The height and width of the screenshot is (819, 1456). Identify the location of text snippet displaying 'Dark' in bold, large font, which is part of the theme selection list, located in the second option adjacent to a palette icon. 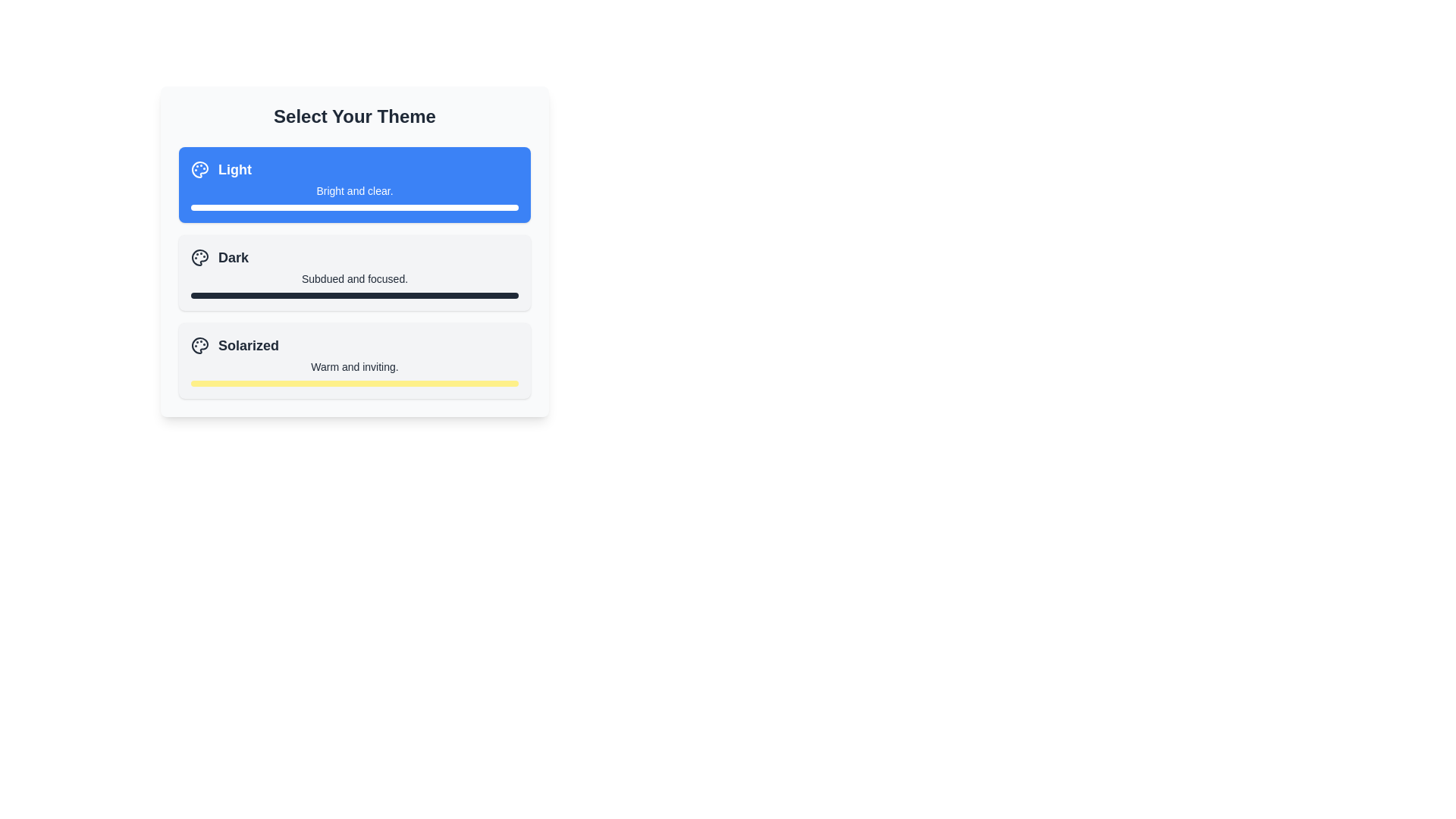
(232, 256).